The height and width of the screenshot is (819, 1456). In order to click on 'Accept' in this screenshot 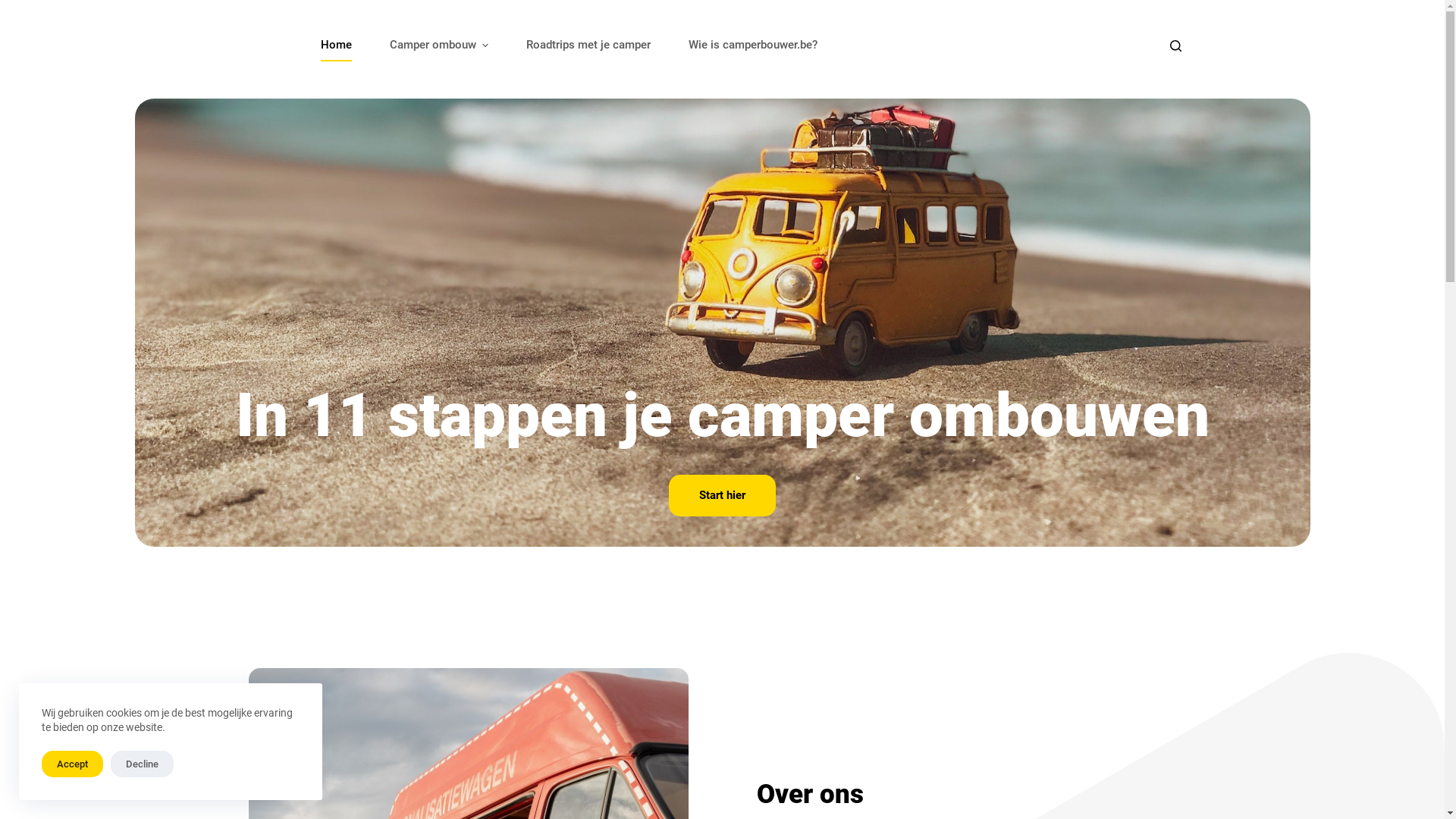, I will do `click(71, 764)`.